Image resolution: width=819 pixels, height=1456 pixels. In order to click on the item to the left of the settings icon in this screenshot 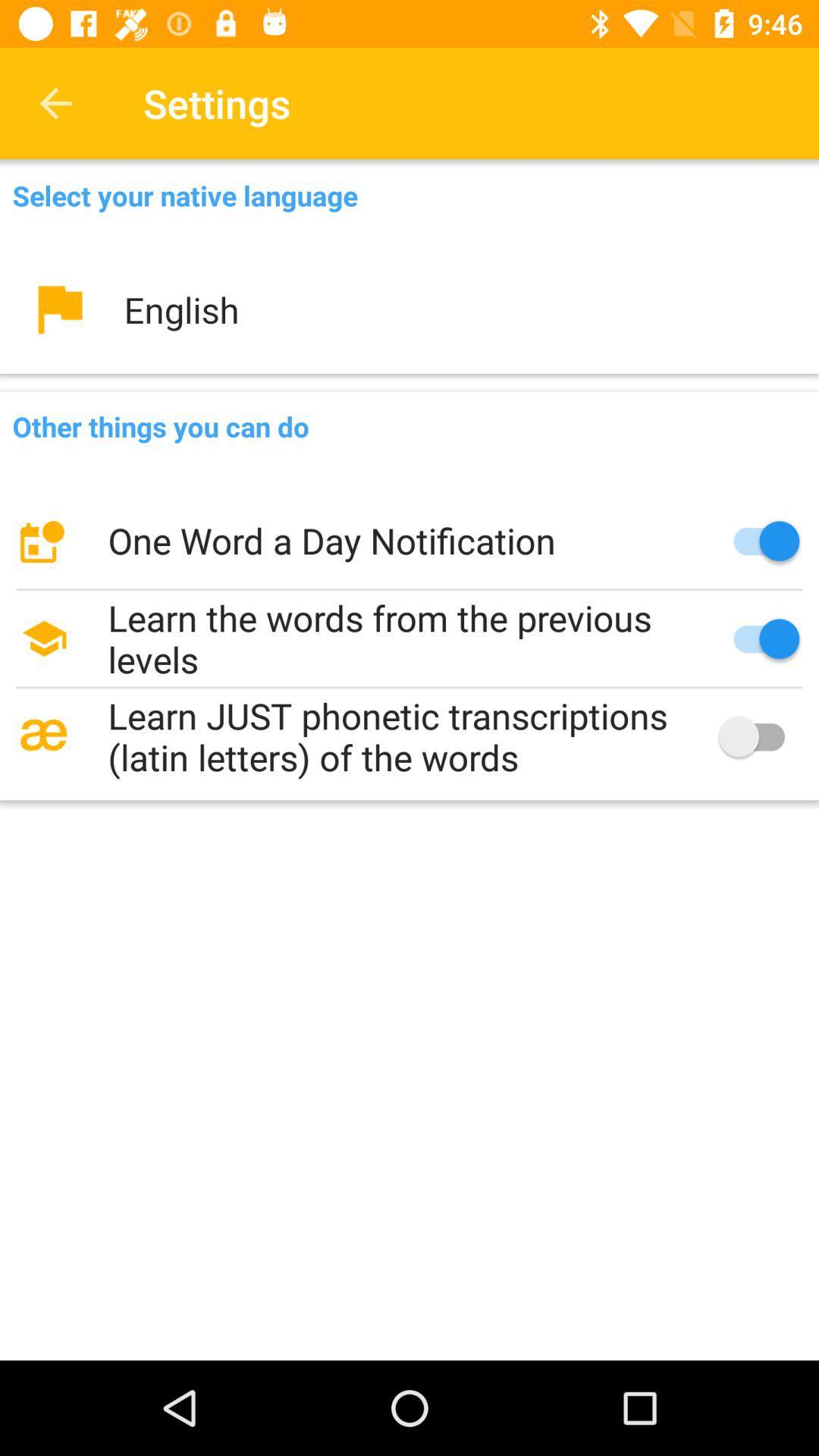, I will do `click(55, 102)`.